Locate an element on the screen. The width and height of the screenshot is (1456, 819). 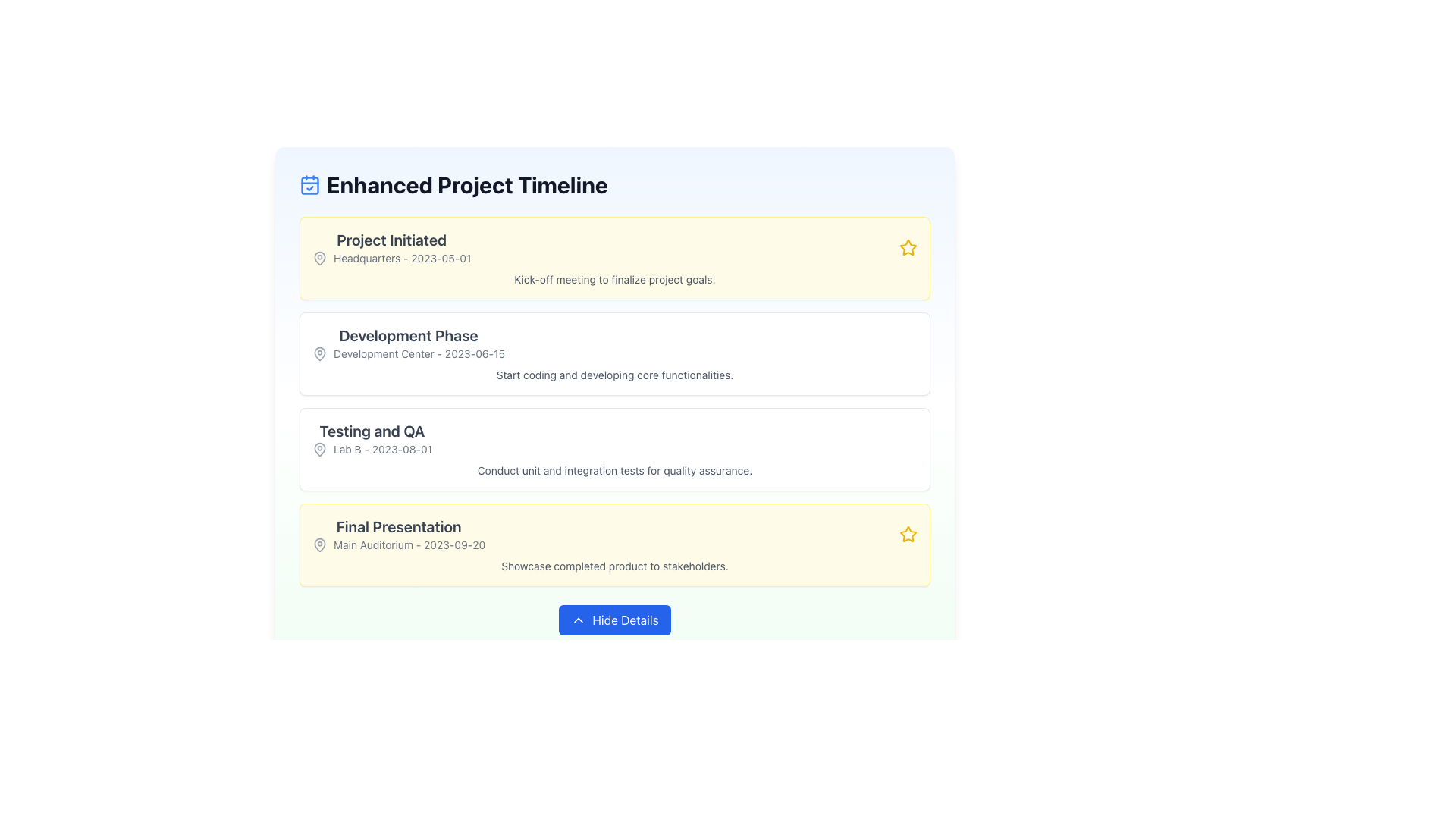
the Icon button located to the right of the 'Final Presentation' list item in the 'Enhanced Project Timeline' section is located at coordinates (908, 246).